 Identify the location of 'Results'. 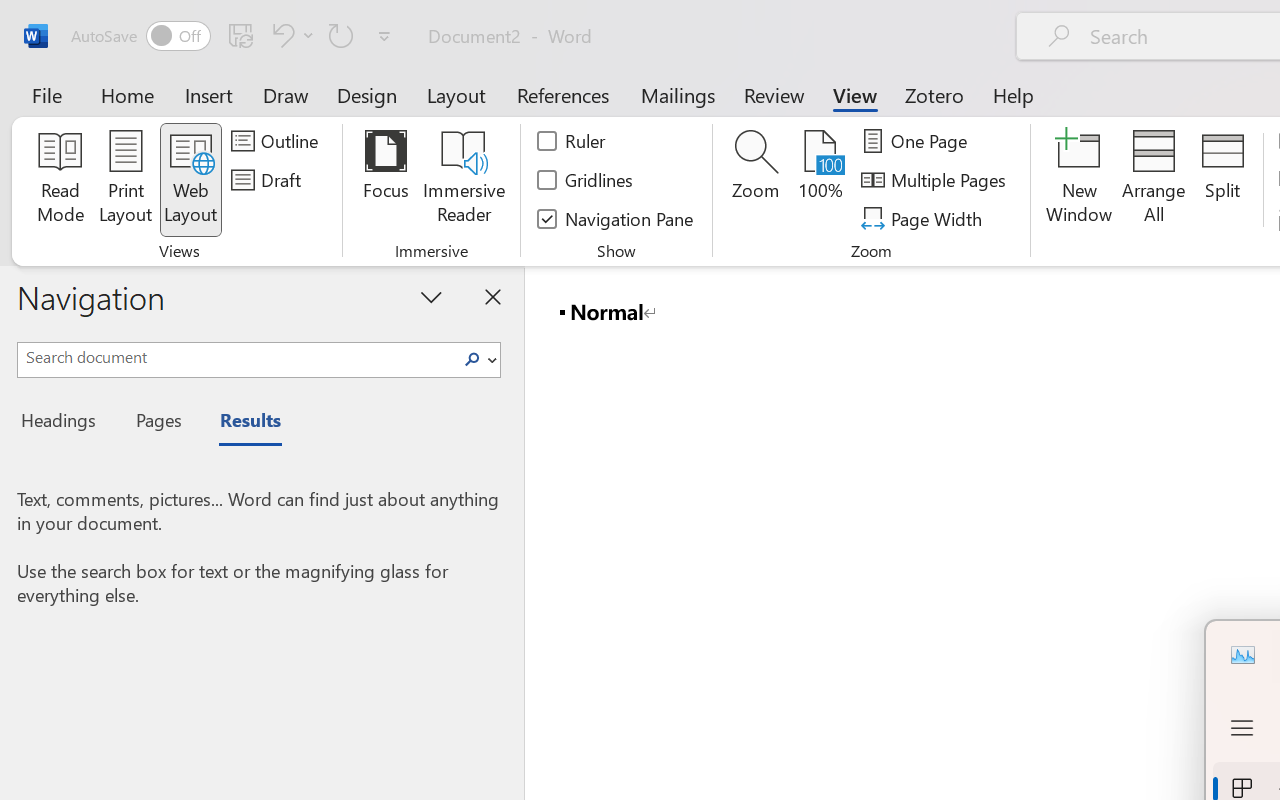
(240, 423).